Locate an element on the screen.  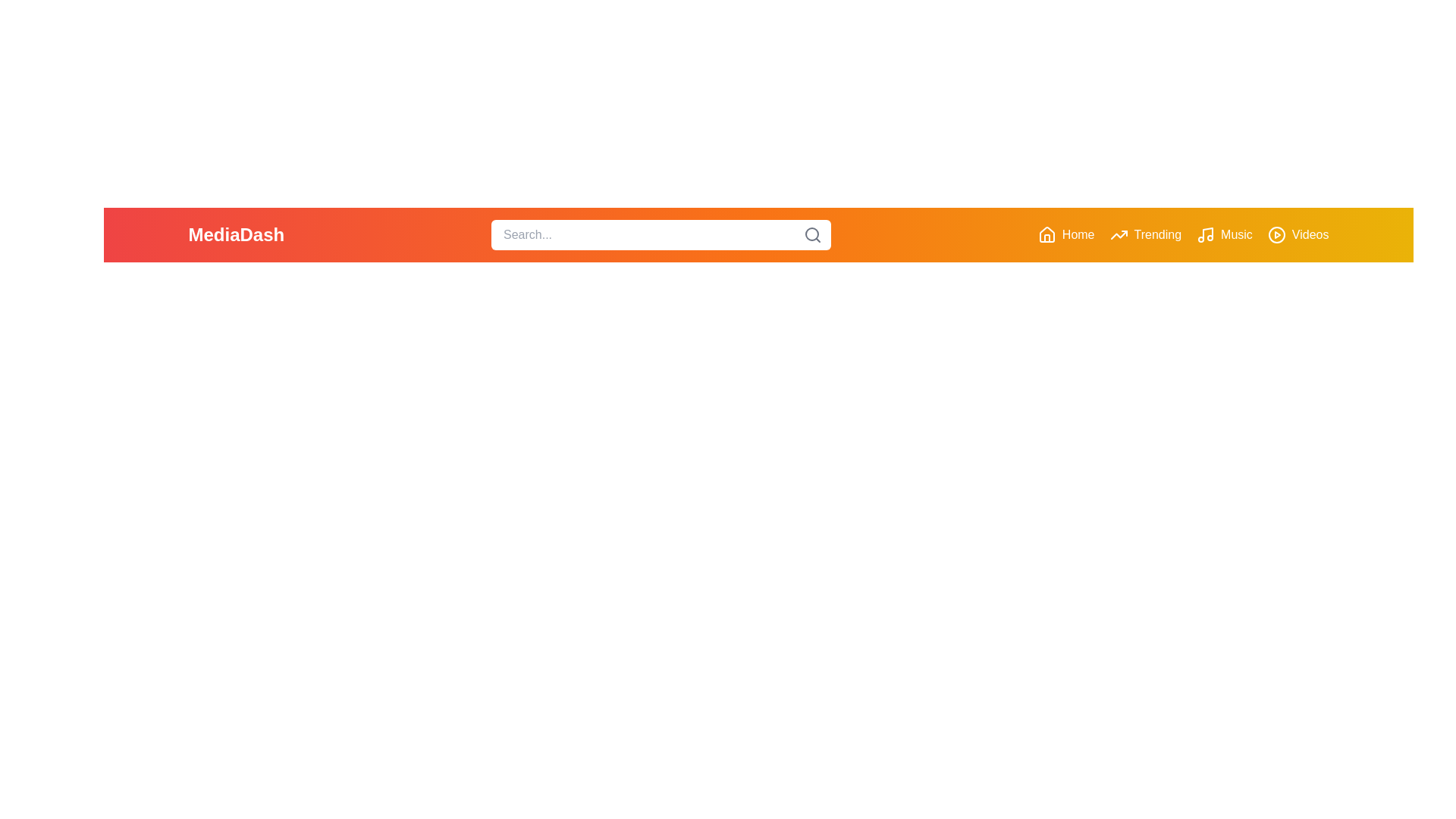
the interactive element Trending Button is located at coordinates (1145, 234).